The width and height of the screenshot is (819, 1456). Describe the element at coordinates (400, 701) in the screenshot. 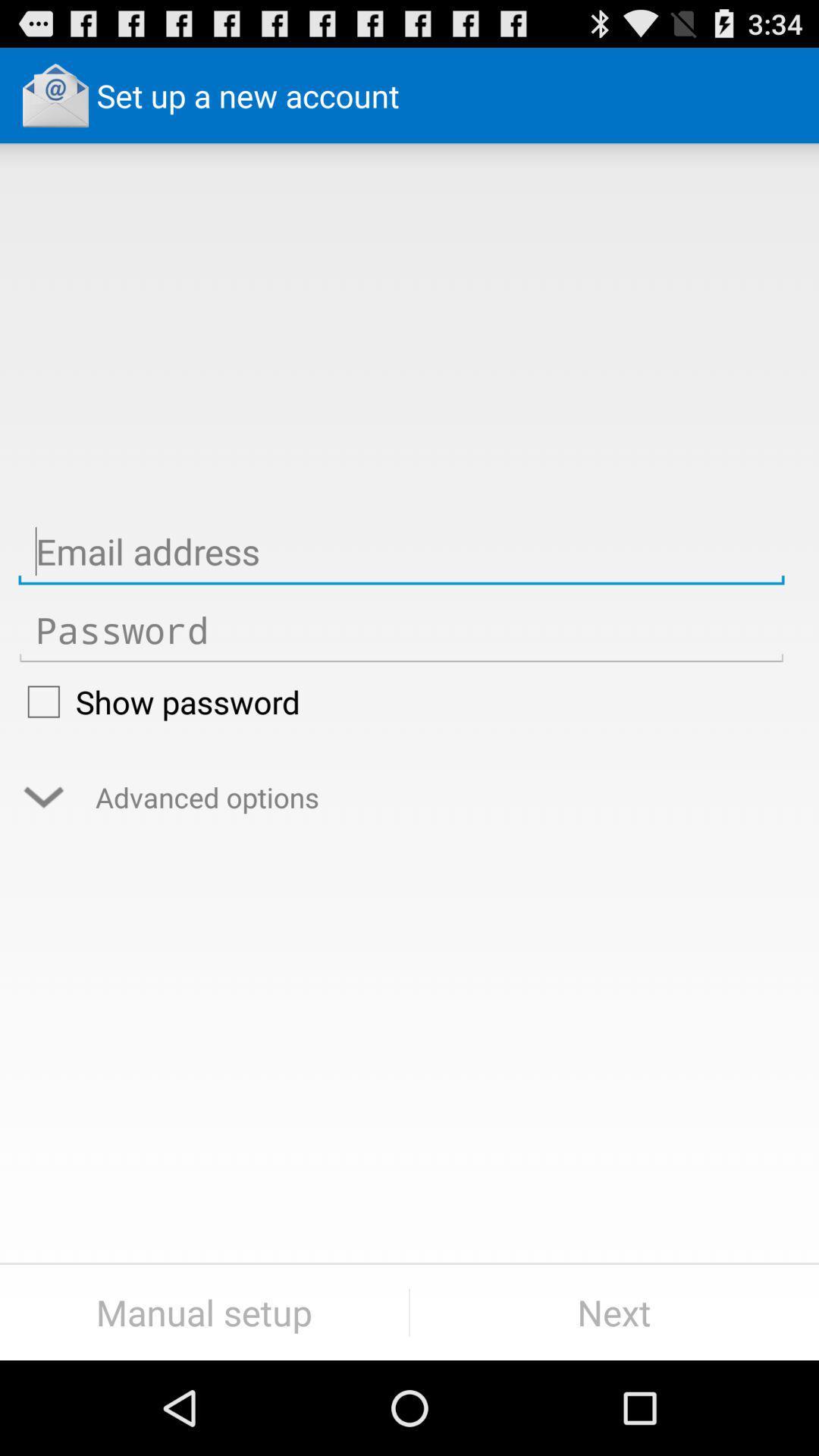

I see `show password checkbox` at that location.